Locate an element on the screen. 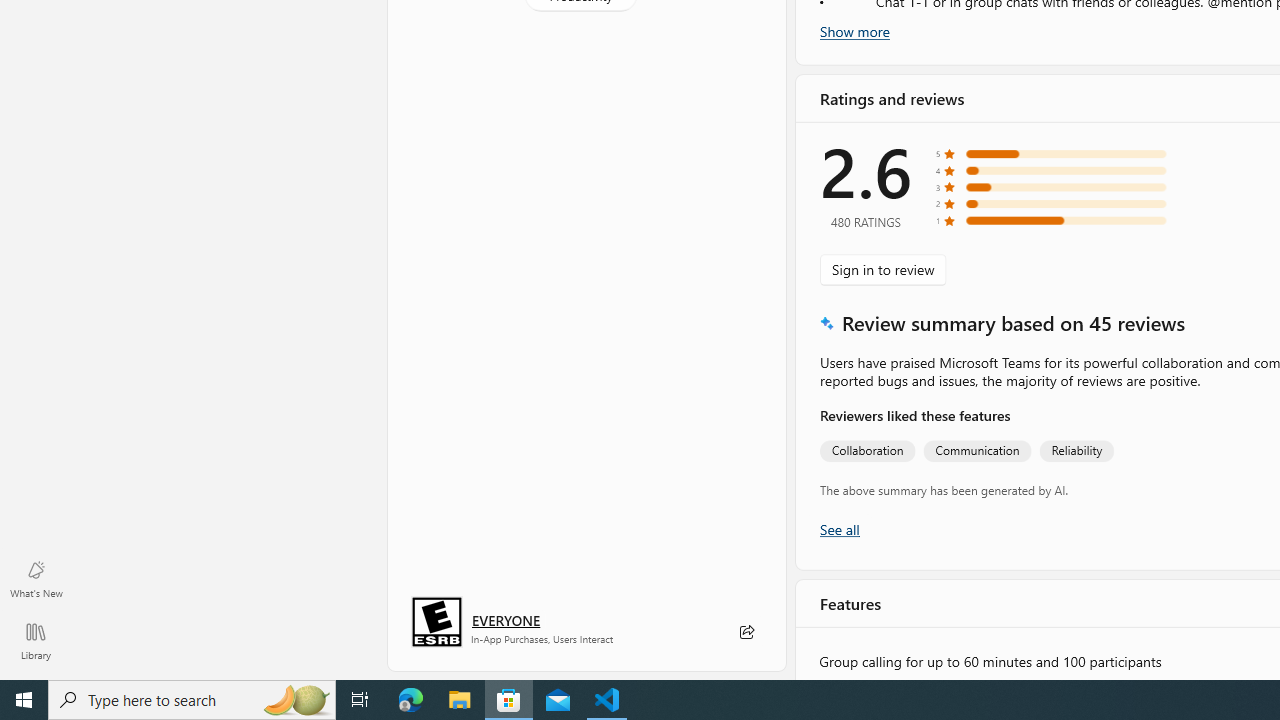 The image size is (1280, 720). 'Show all ratings and reviews' is located at coordinates (839, 528).